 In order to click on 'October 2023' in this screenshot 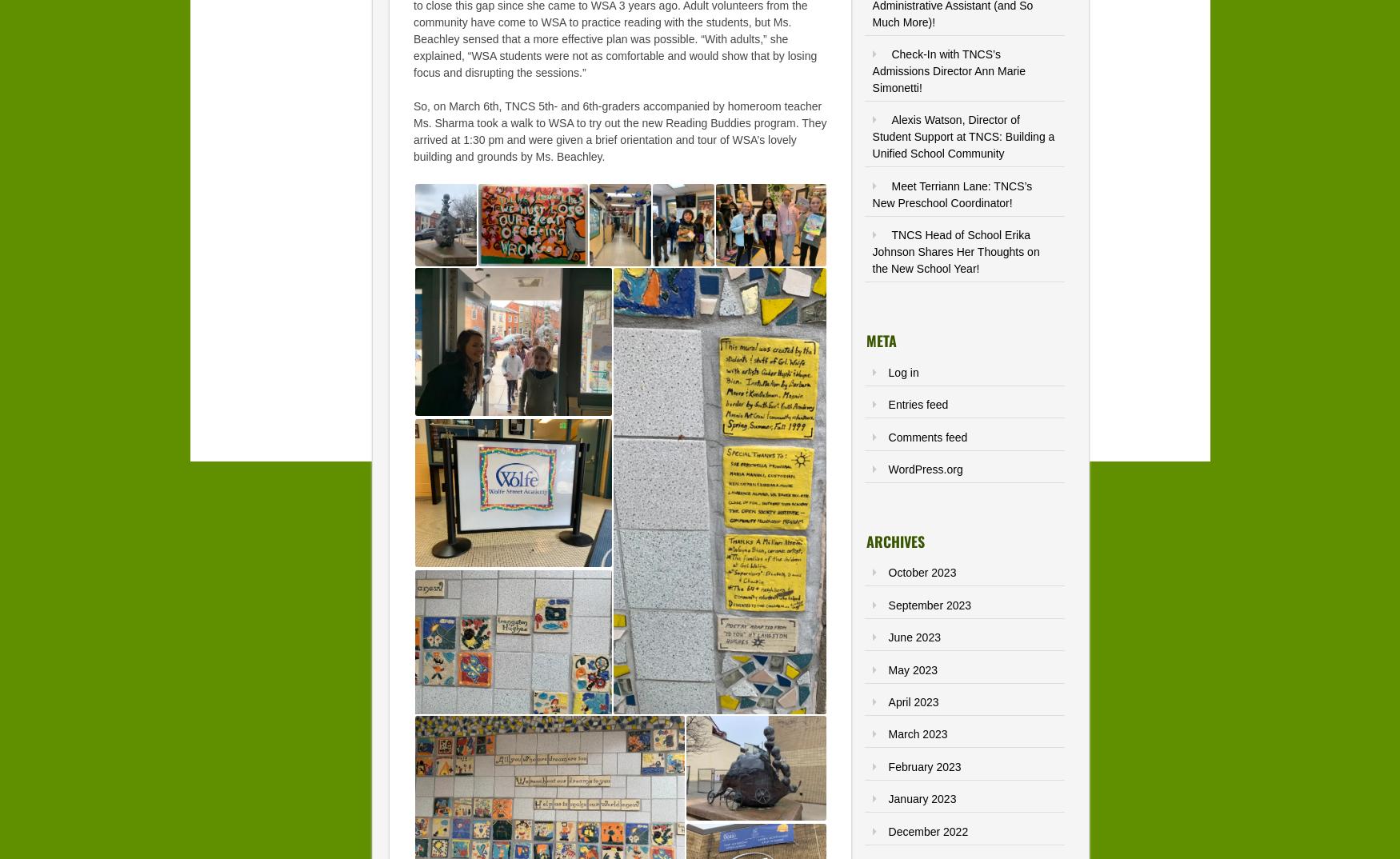, I will do `click(888, 573)`.